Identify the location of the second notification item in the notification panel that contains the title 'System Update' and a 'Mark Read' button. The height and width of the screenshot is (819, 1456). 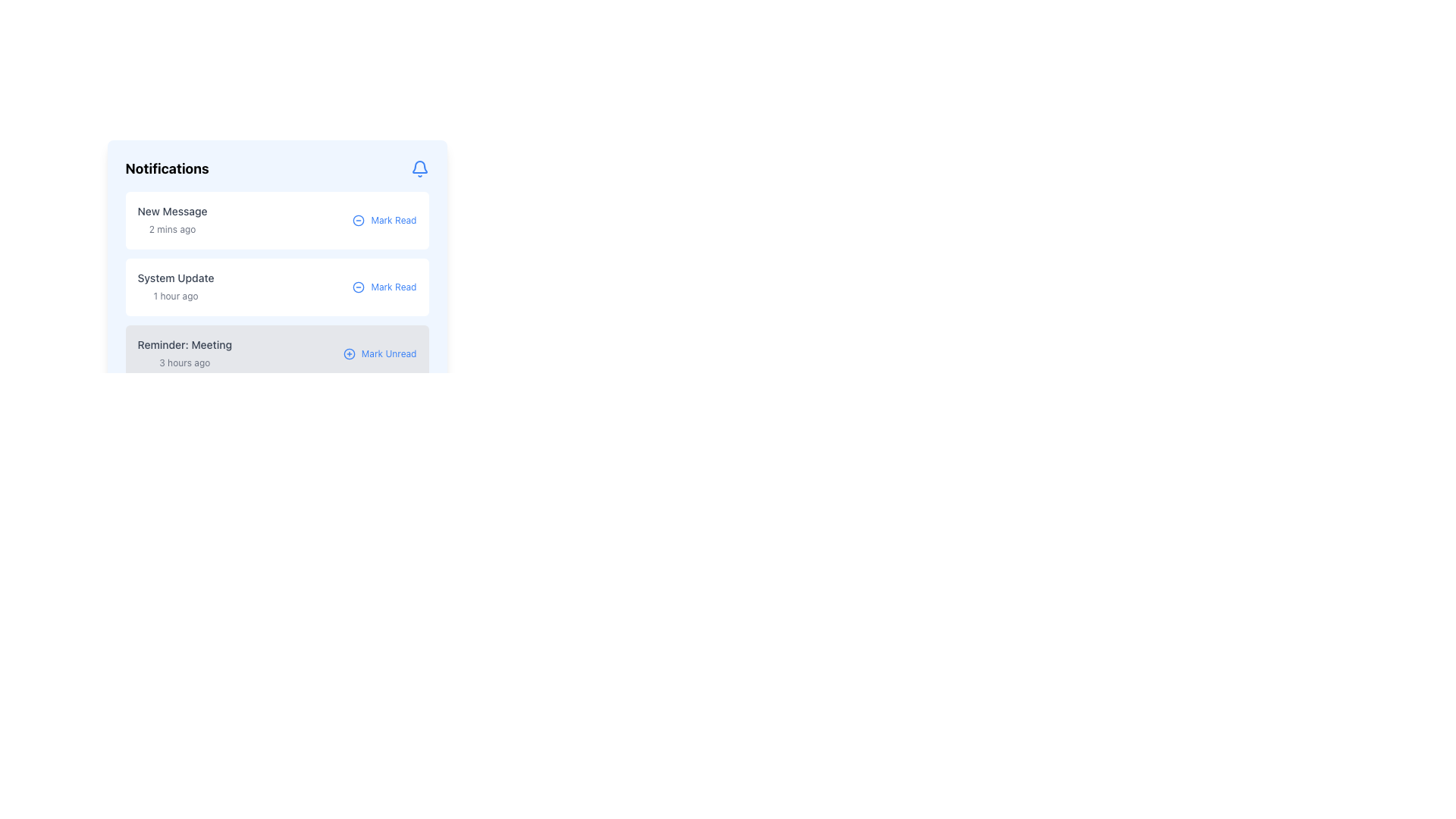
(277, 270).